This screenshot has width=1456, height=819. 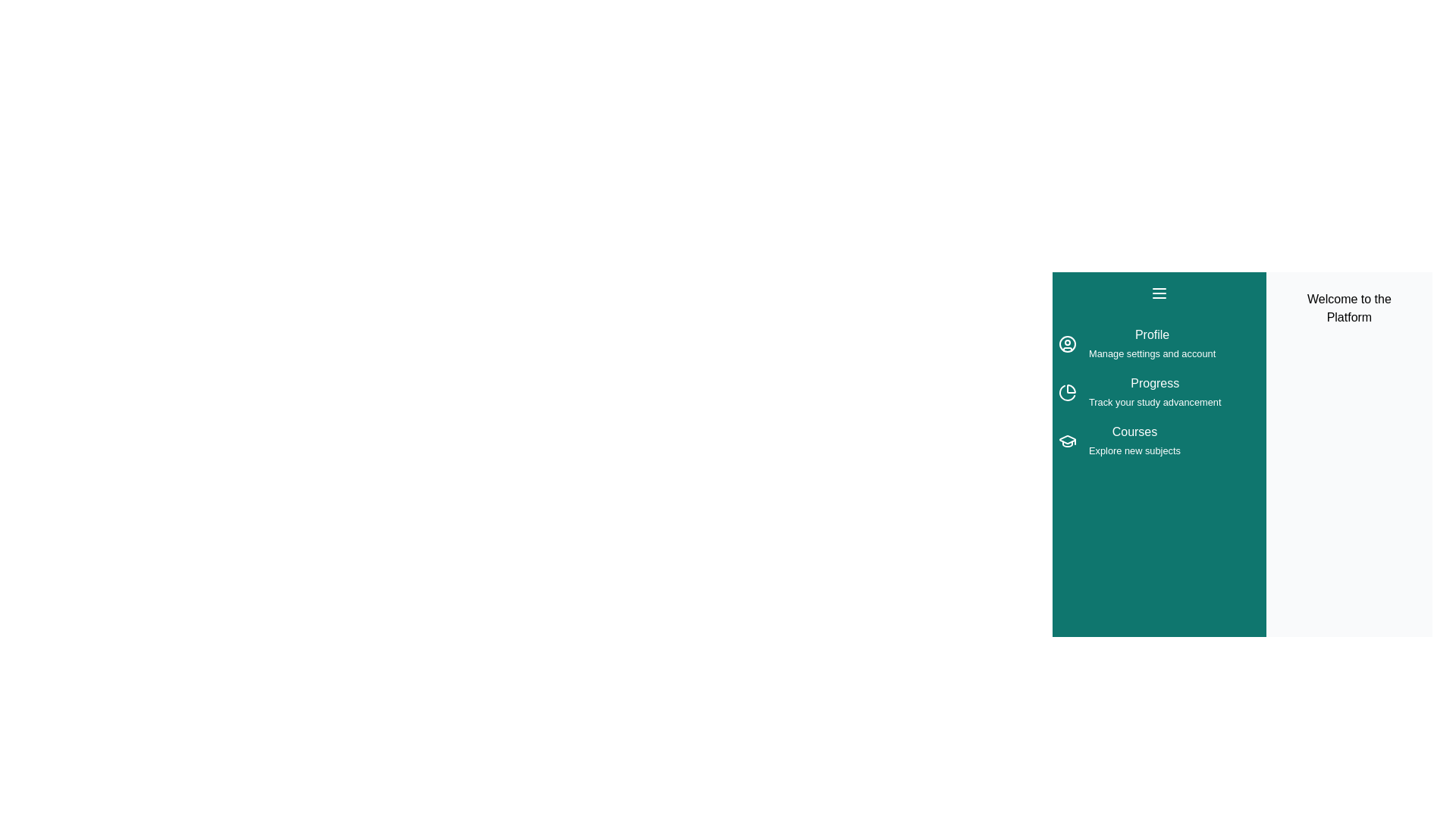 I want to click on the menu item Progress from the drawer, so click(x=1066, y=391).